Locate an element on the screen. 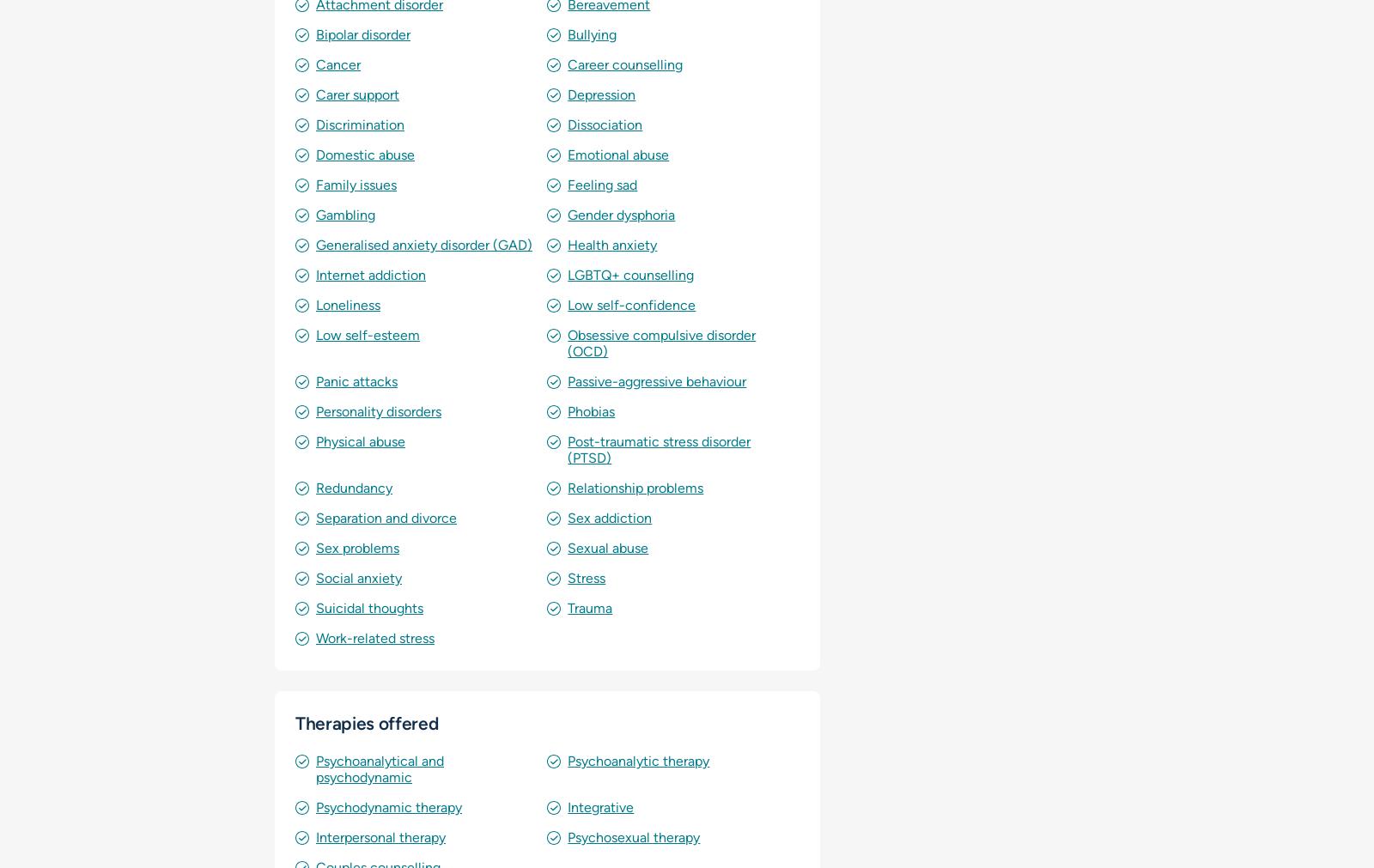 The image size is (1374, 868). 'Passive-aggressive behaviour' is located at coordinates (656, 380).